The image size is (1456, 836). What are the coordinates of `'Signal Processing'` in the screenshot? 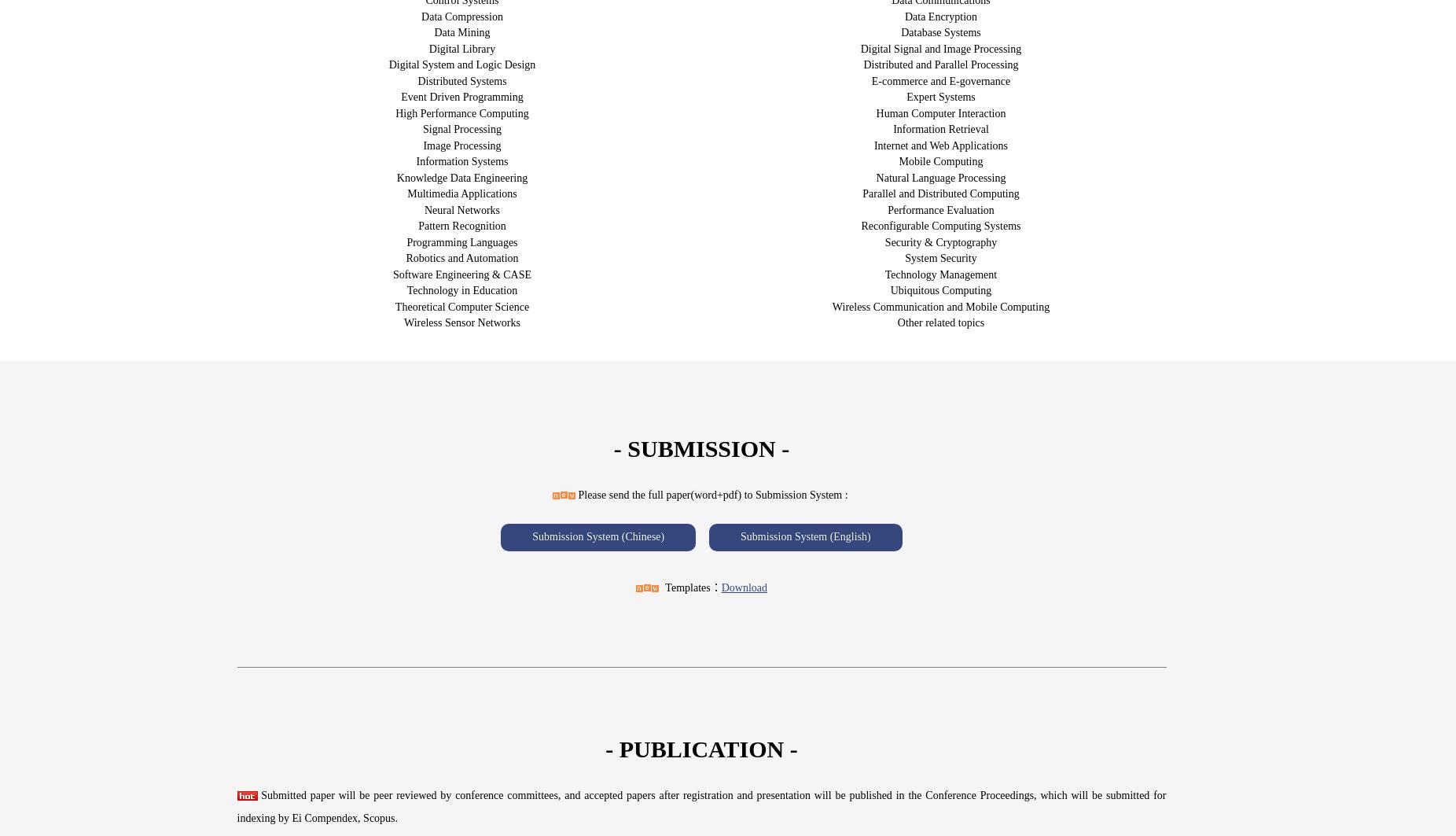 It's located at (461, 129).